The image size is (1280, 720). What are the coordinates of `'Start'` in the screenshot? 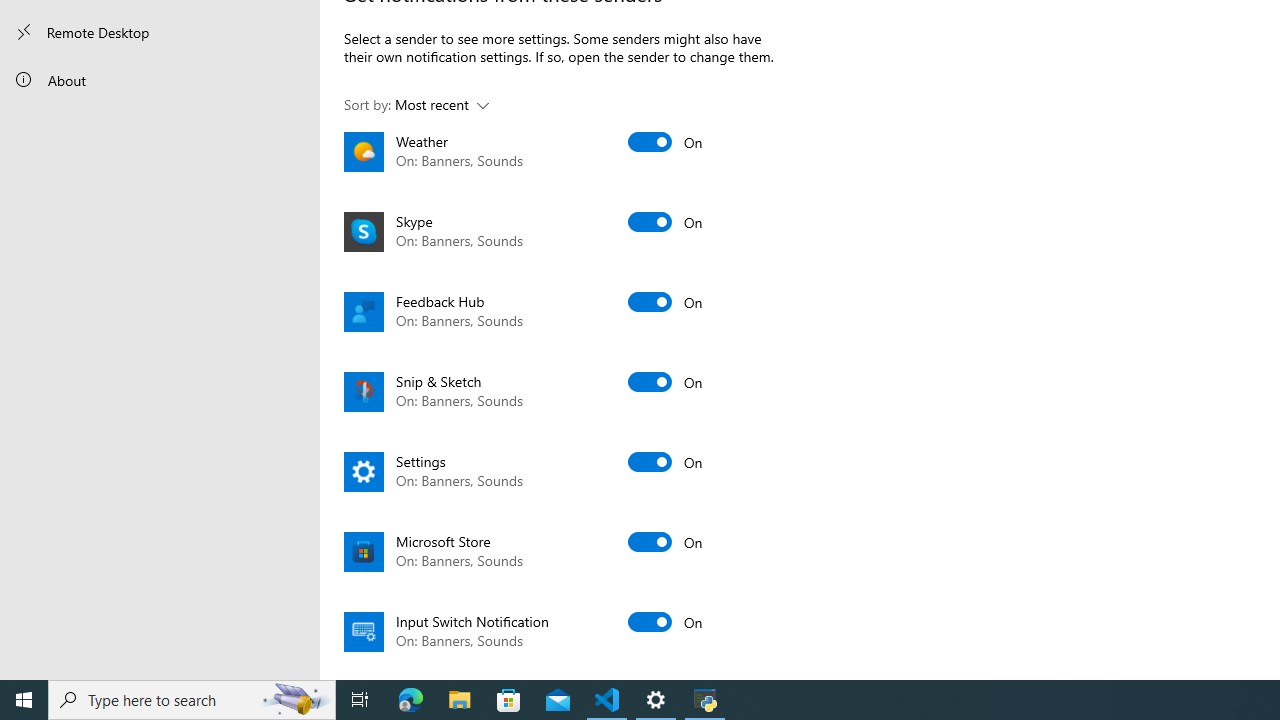 It's located at (24, 698).